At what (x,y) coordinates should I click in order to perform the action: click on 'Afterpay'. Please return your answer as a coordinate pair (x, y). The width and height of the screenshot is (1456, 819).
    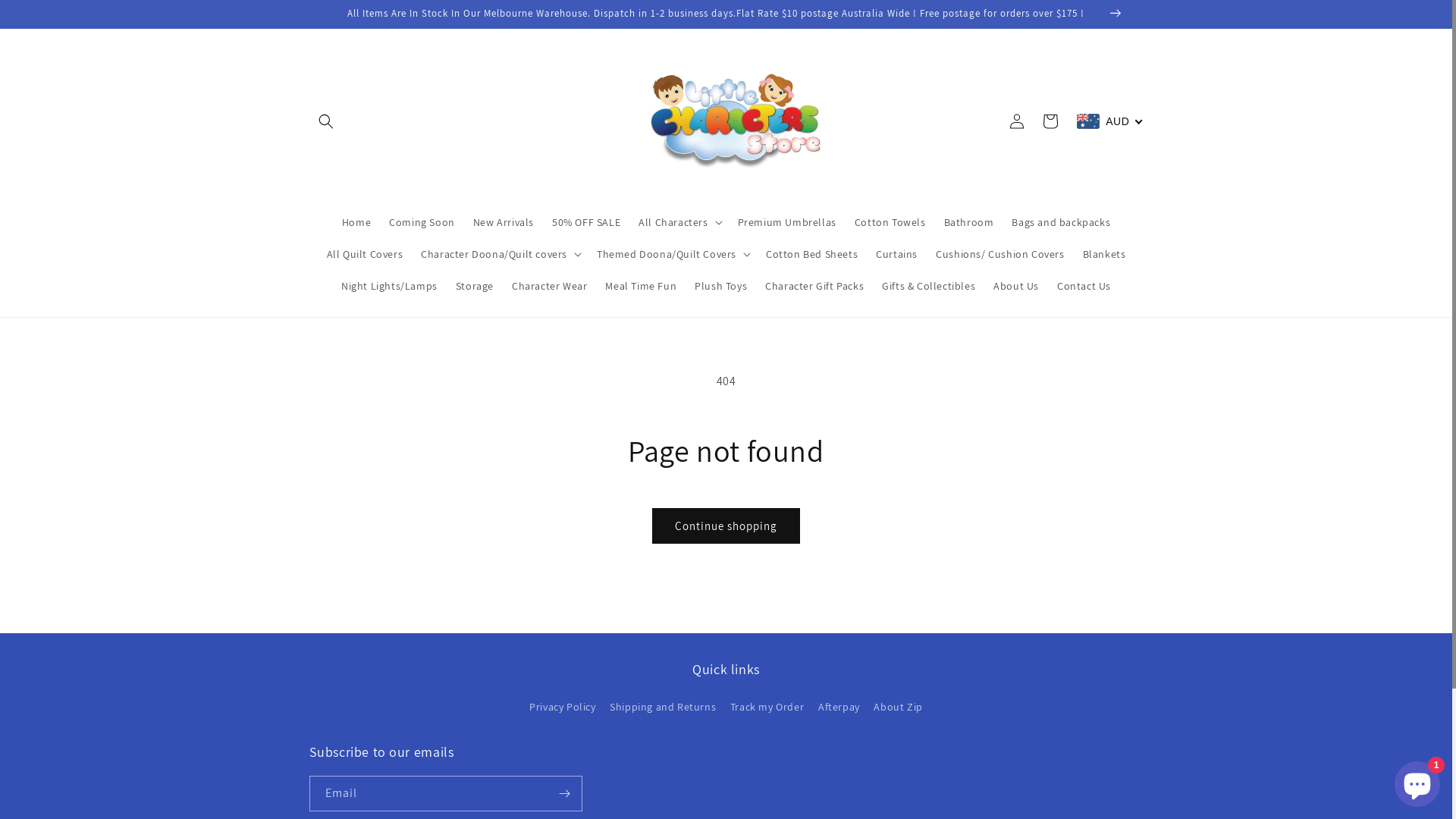
    Looking at the image, I should click on (838, 707).